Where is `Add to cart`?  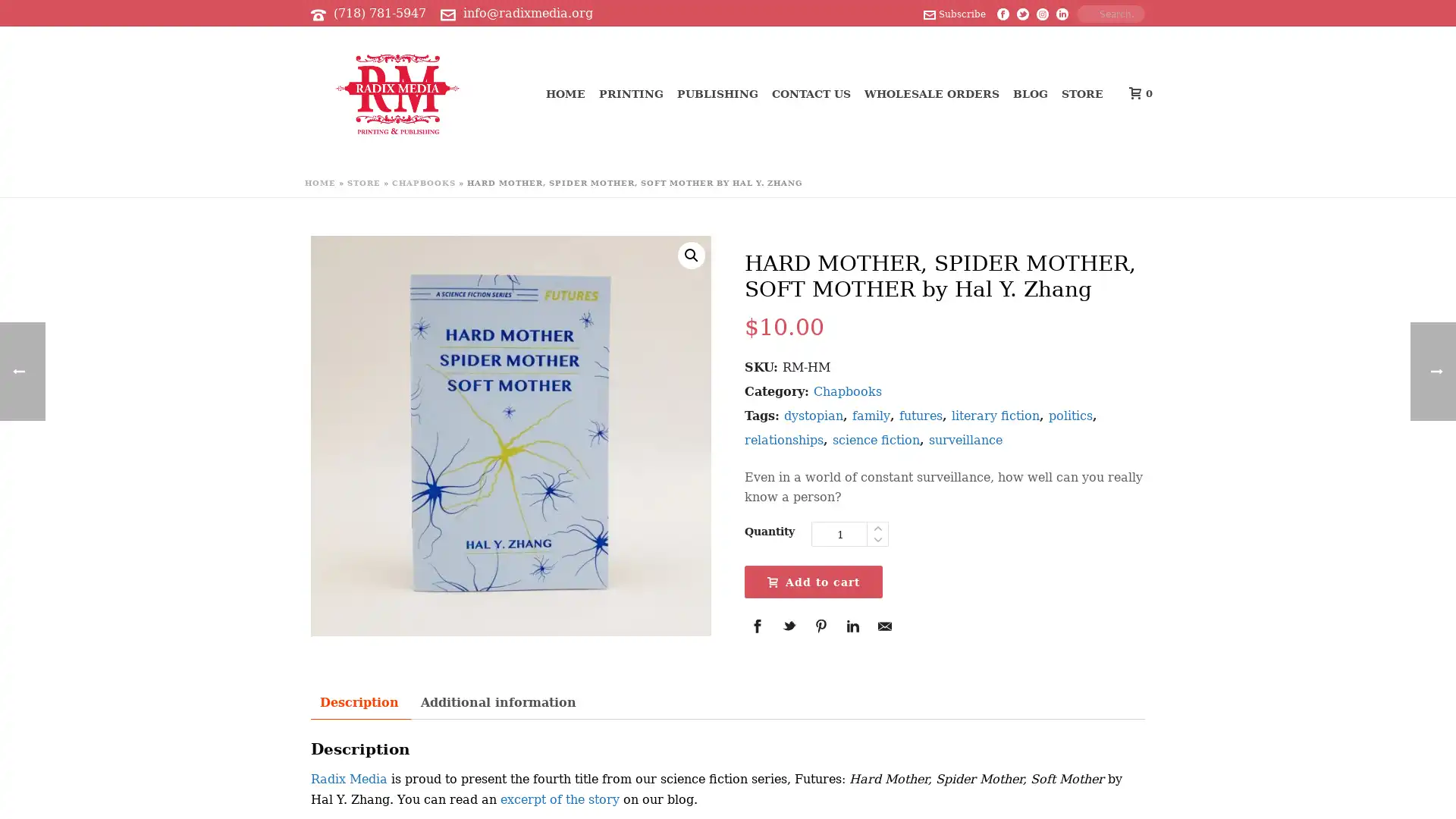 Add to cart is located at coordinates (813, 581).